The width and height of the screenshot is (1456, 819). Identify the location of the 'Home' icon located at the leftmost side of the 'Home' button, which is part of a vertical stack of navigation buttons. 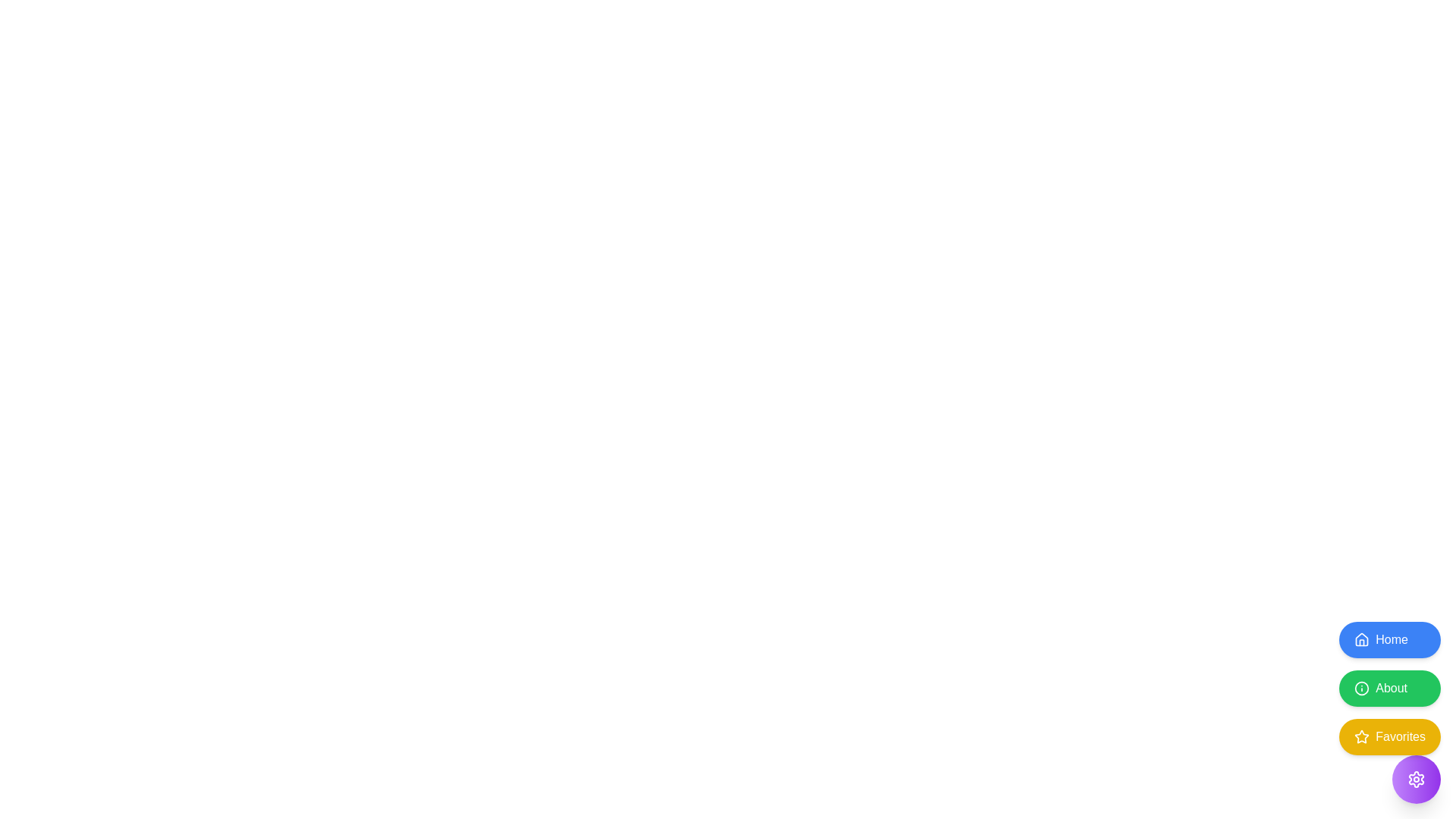
(1362, 640).